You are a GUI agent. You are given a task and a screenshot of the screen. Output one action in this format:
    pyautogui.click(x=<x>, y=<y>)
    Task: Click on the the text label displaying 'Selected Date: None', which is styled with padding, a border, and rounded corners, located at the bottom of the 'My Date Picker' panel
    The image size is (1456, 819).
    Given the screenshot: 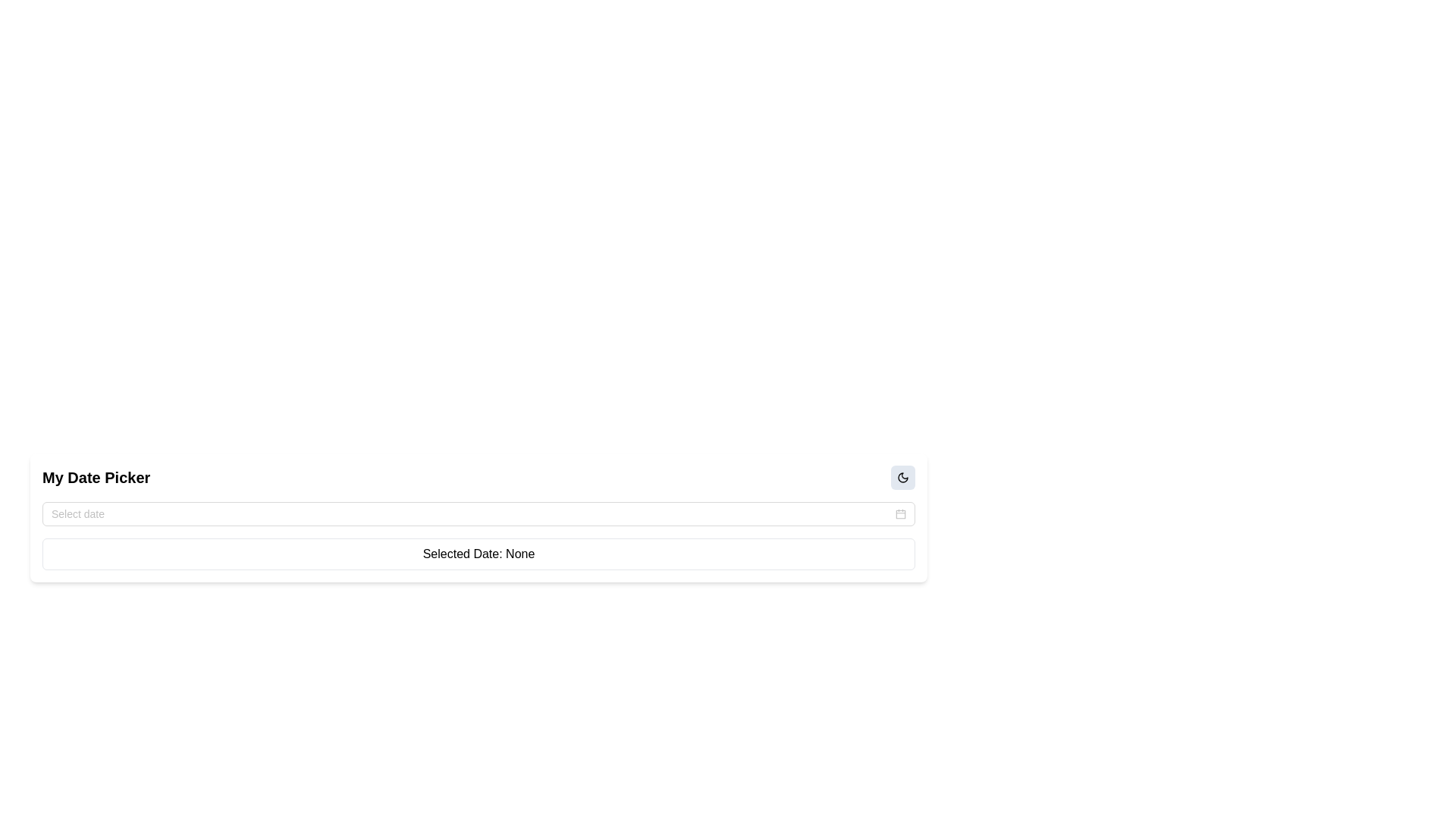 What is the action you would take?
    pyautogui.click(x=478, y=554)
    